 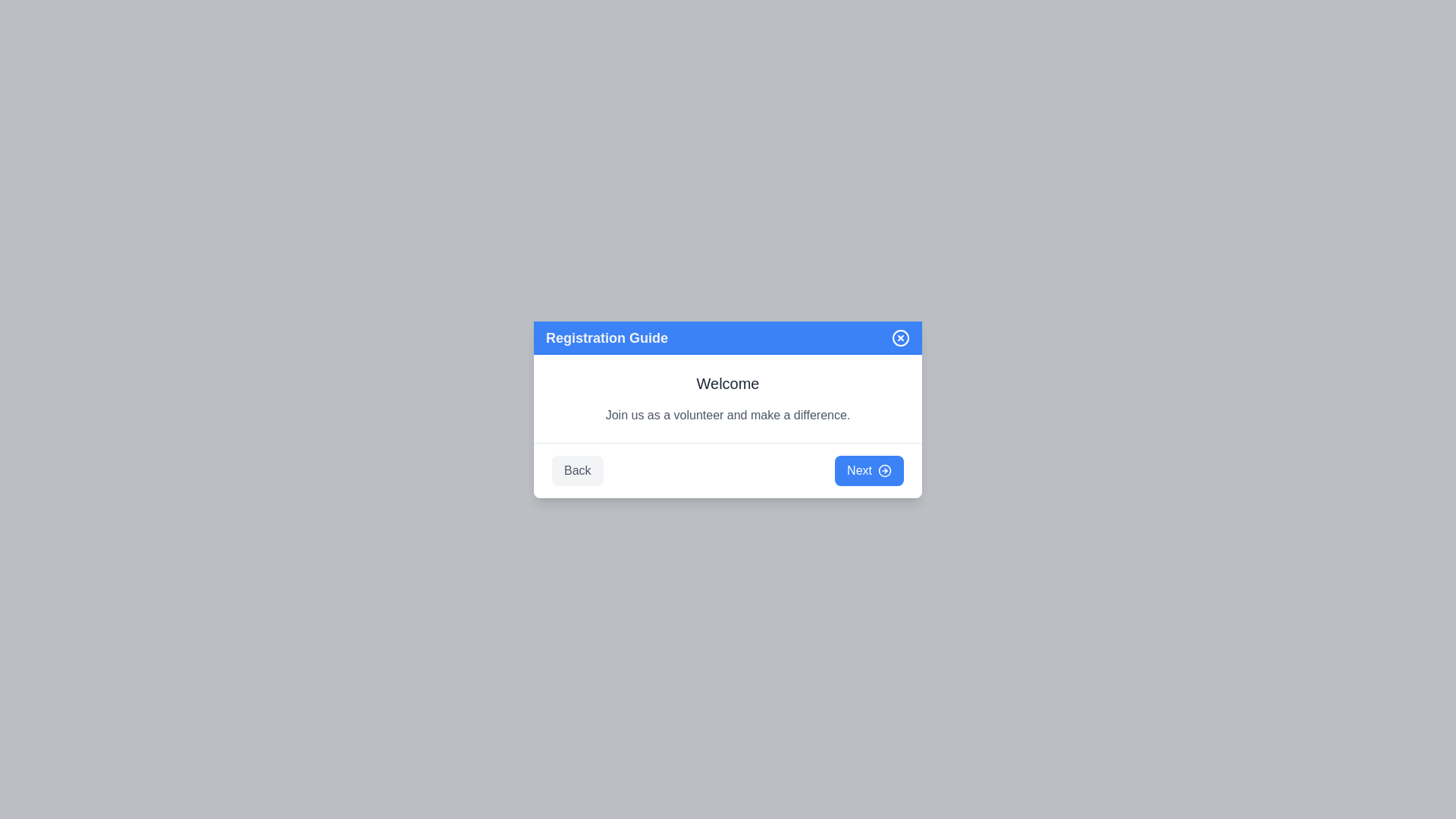 What do you see at coordinates (901, 336) in the screenshot?
I see `the close button located in the top-right corner of the 'Registration Guide' modal` at bounding box center [901, 336].